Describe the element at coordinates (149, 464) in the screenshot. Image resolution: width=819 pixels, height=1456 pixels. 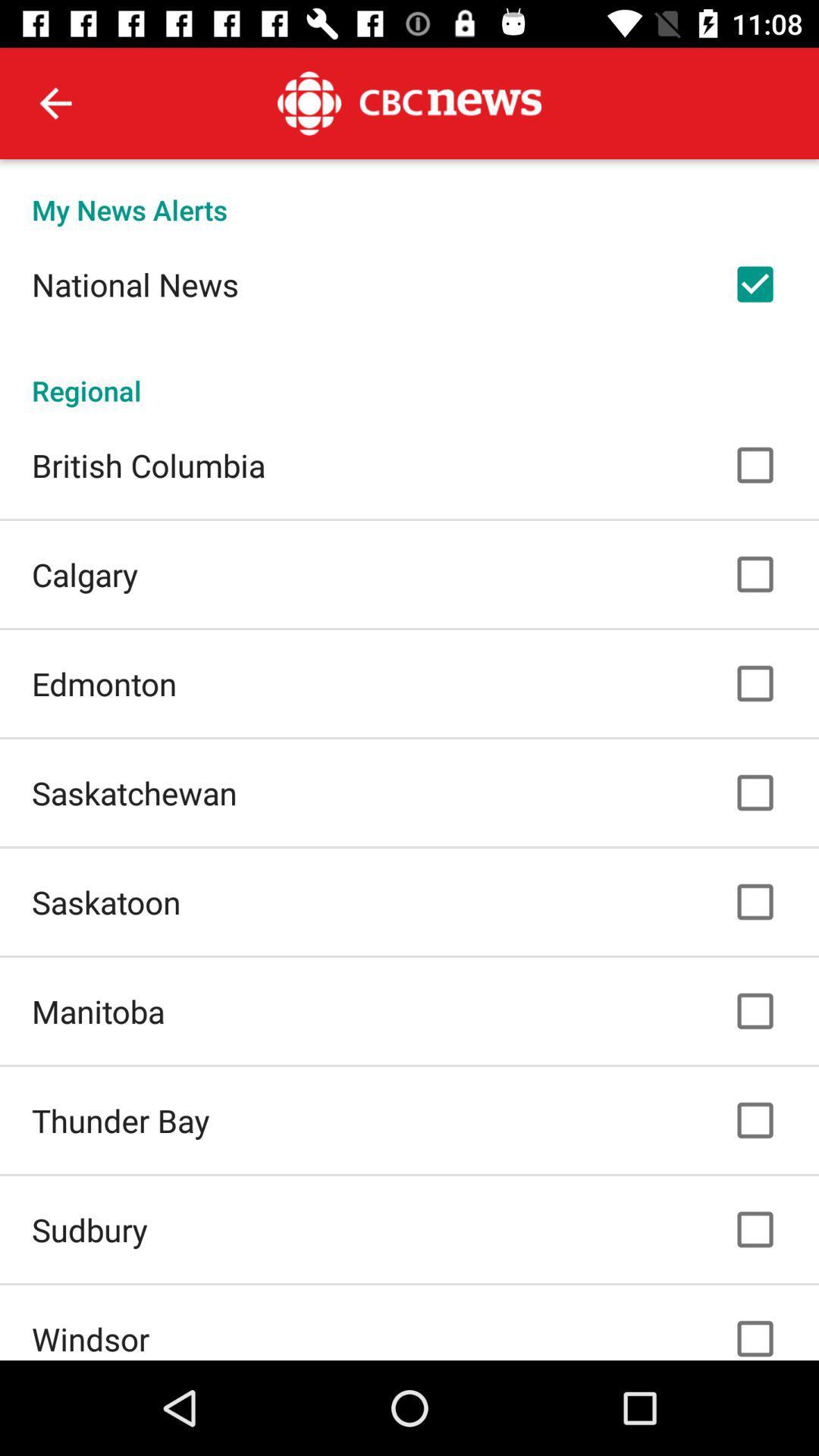
I see `british columbia icon` at that location.